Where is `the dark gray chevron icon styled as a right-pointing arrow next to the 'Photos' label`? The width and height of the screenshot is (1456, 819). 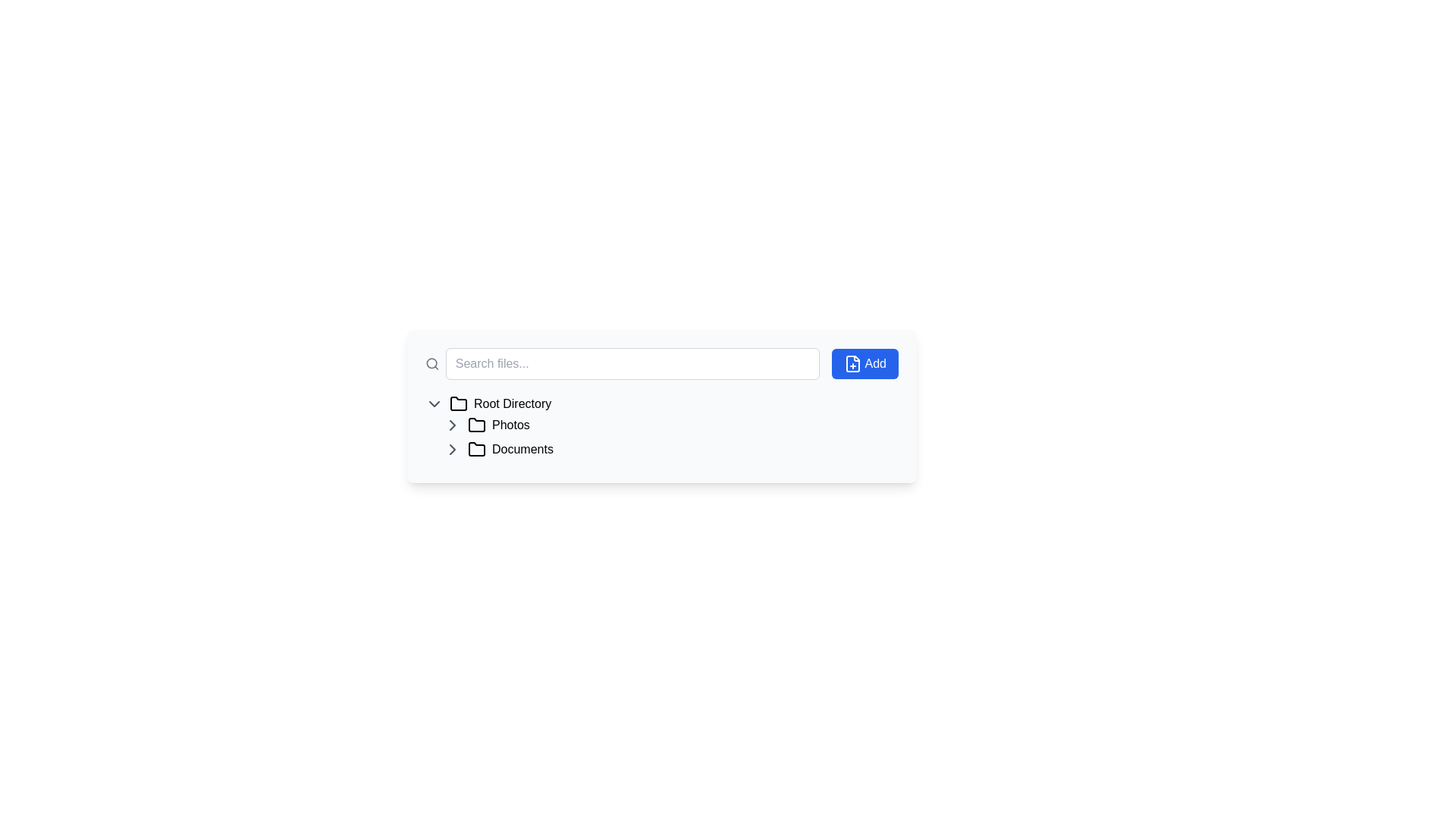
the dark gray chevron icon styled as a right-pointing arrow next to the 'Photos' label is located at coordinates (451, 425).